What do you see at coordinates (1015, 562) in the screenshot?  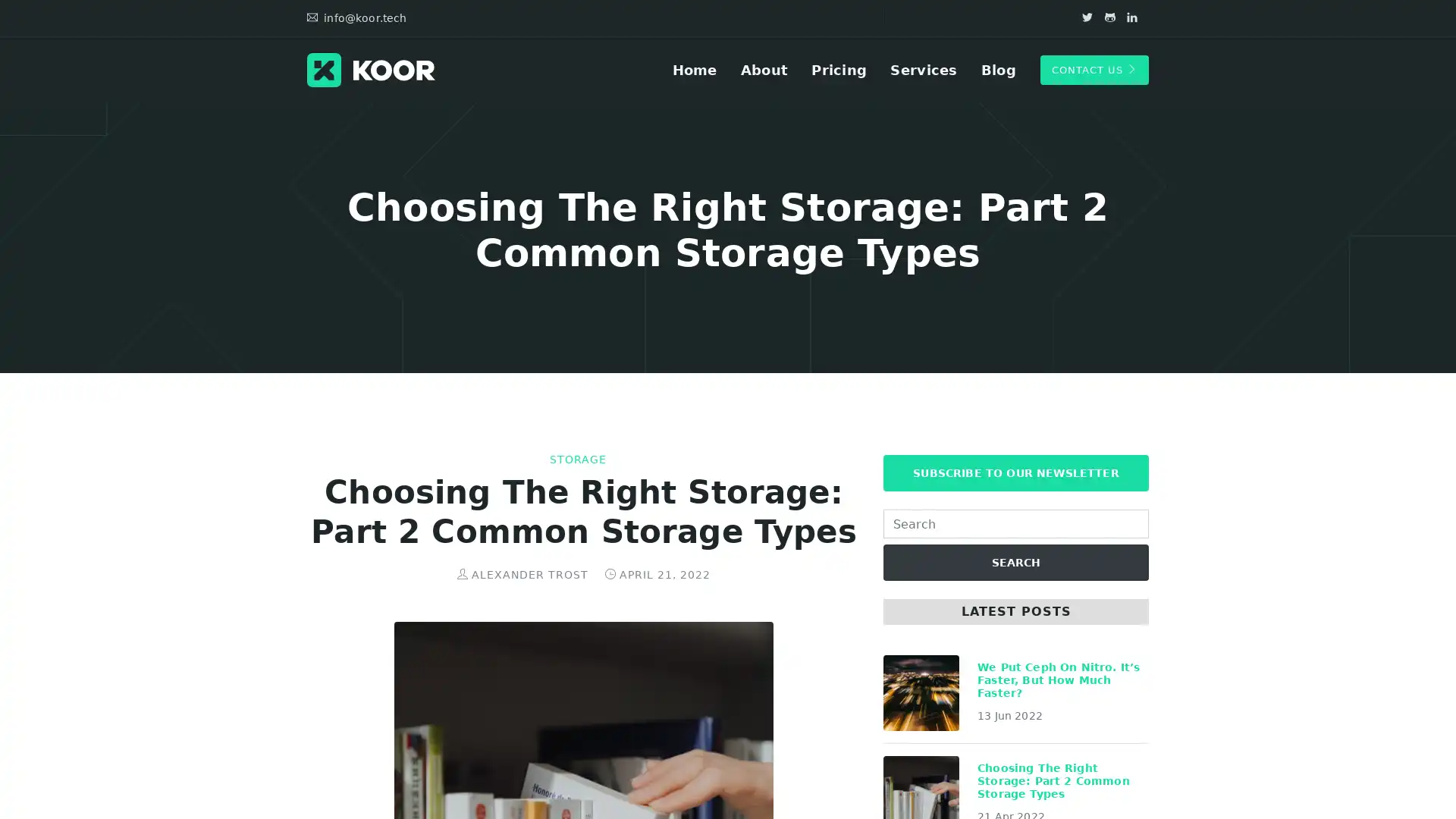 I see `SEARCH` at bounding box center [1015, 562].